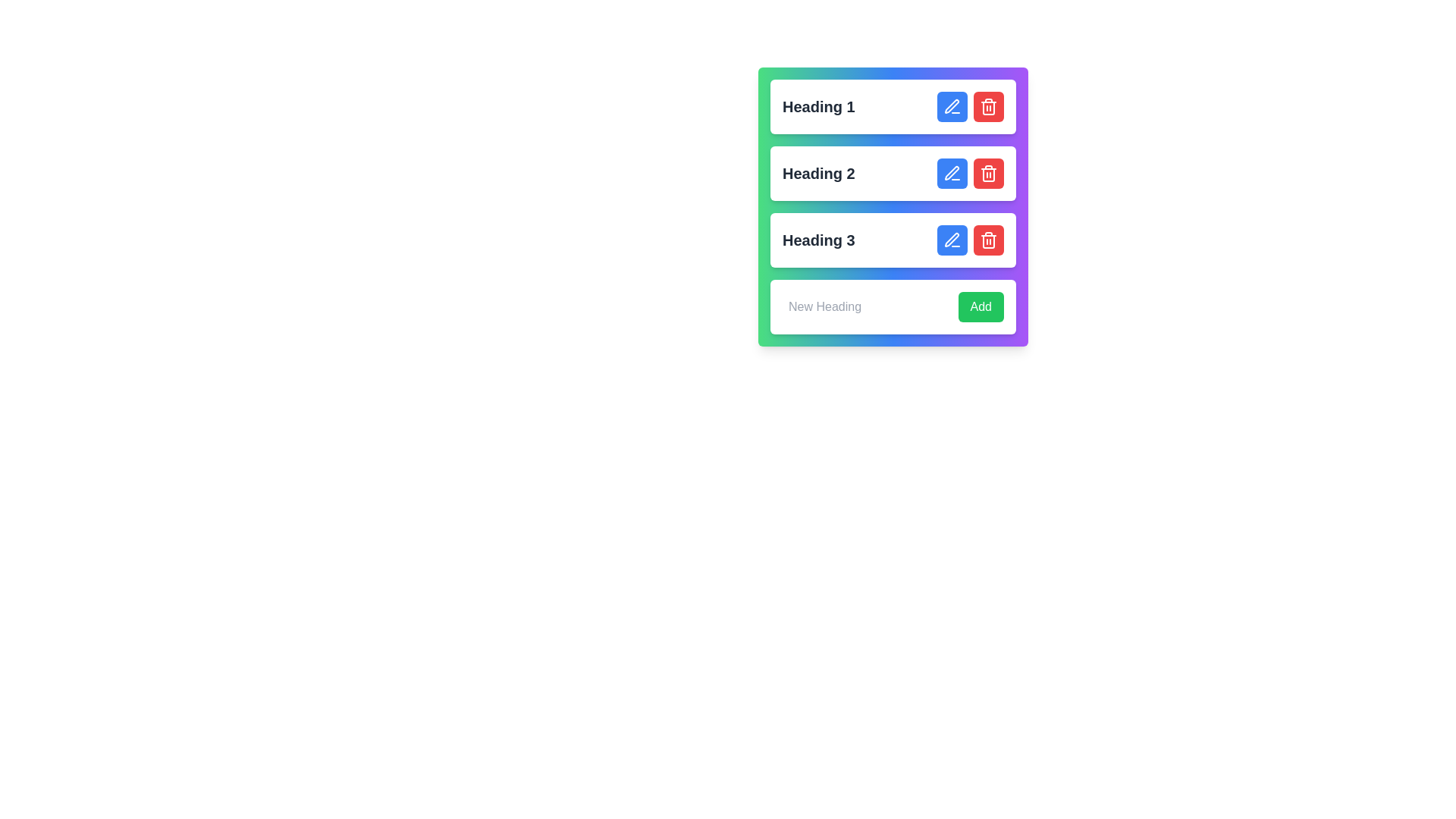 This screenshot has width=1456, height=819. I want to click on the red button with a white trash bin icon located at the right side of the second row, so click(989, 172).